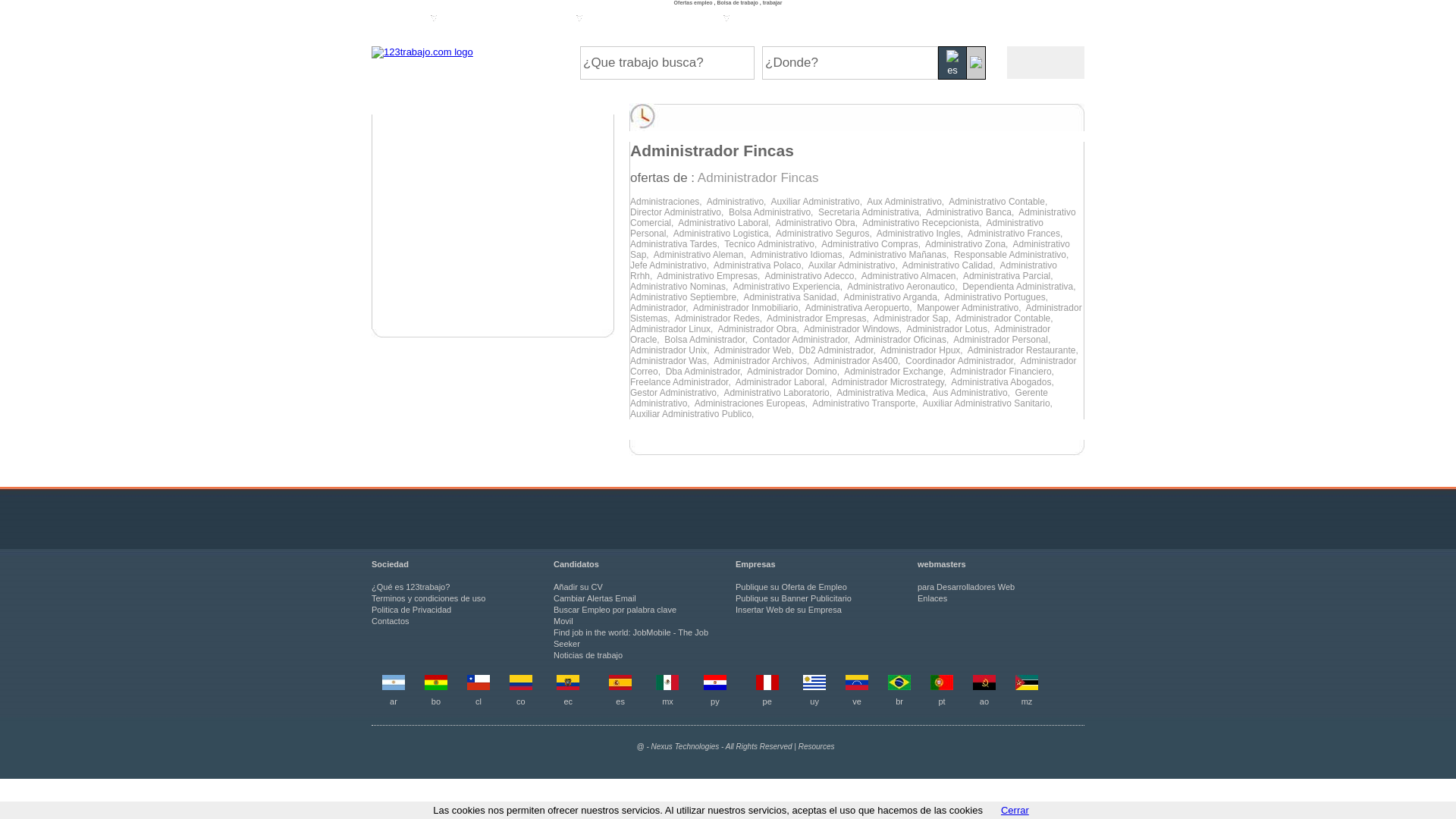  Describe the element at coordinates (682, 381) in the screenshot. I see `'Freelance Administrador, '` at that location.